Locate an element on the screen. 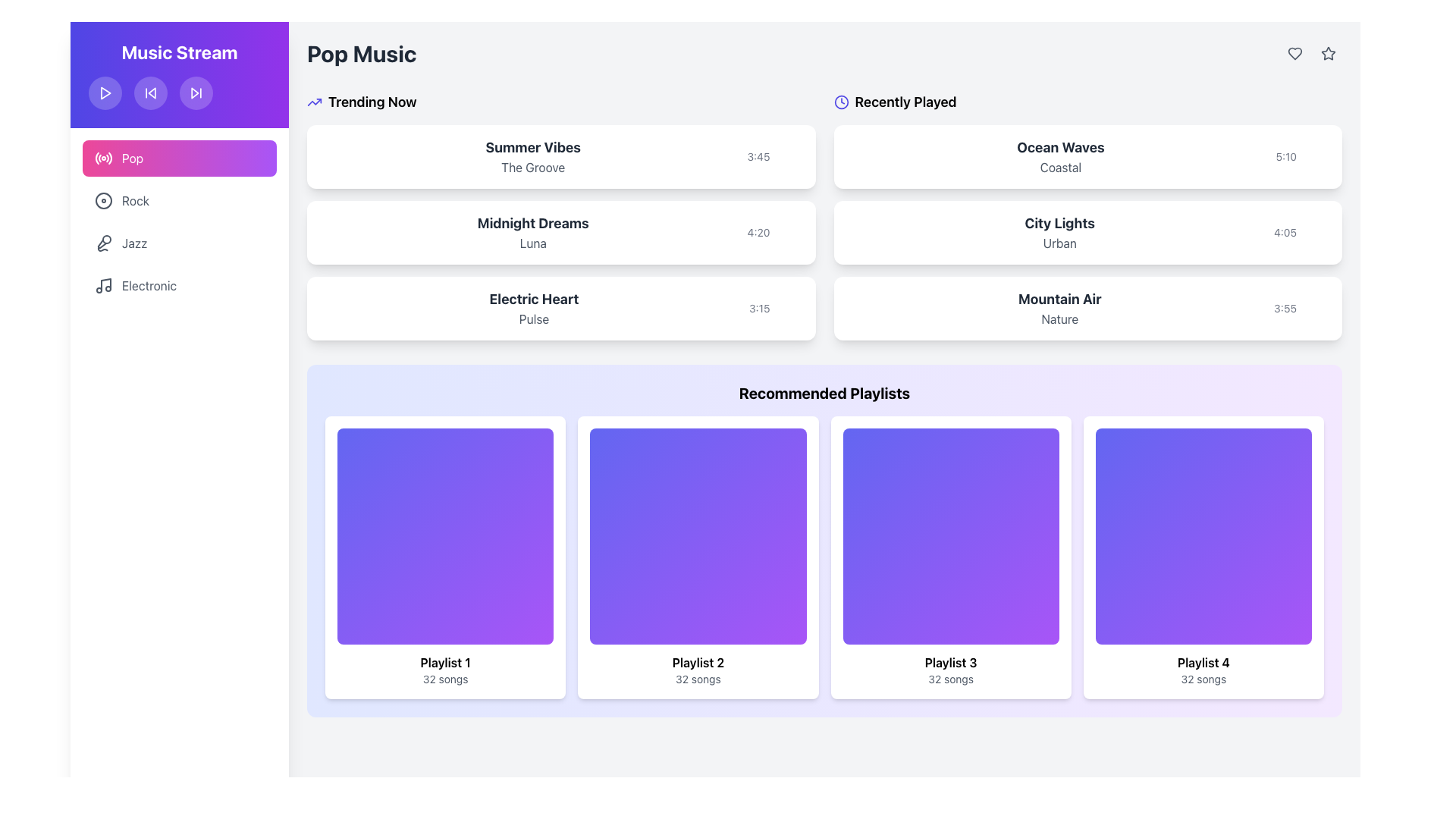 This screenshot has height=819, width=1456. the second icon in the horizontal icon group located at the top-left section of the sidebar is located at coordinates (194, 93).